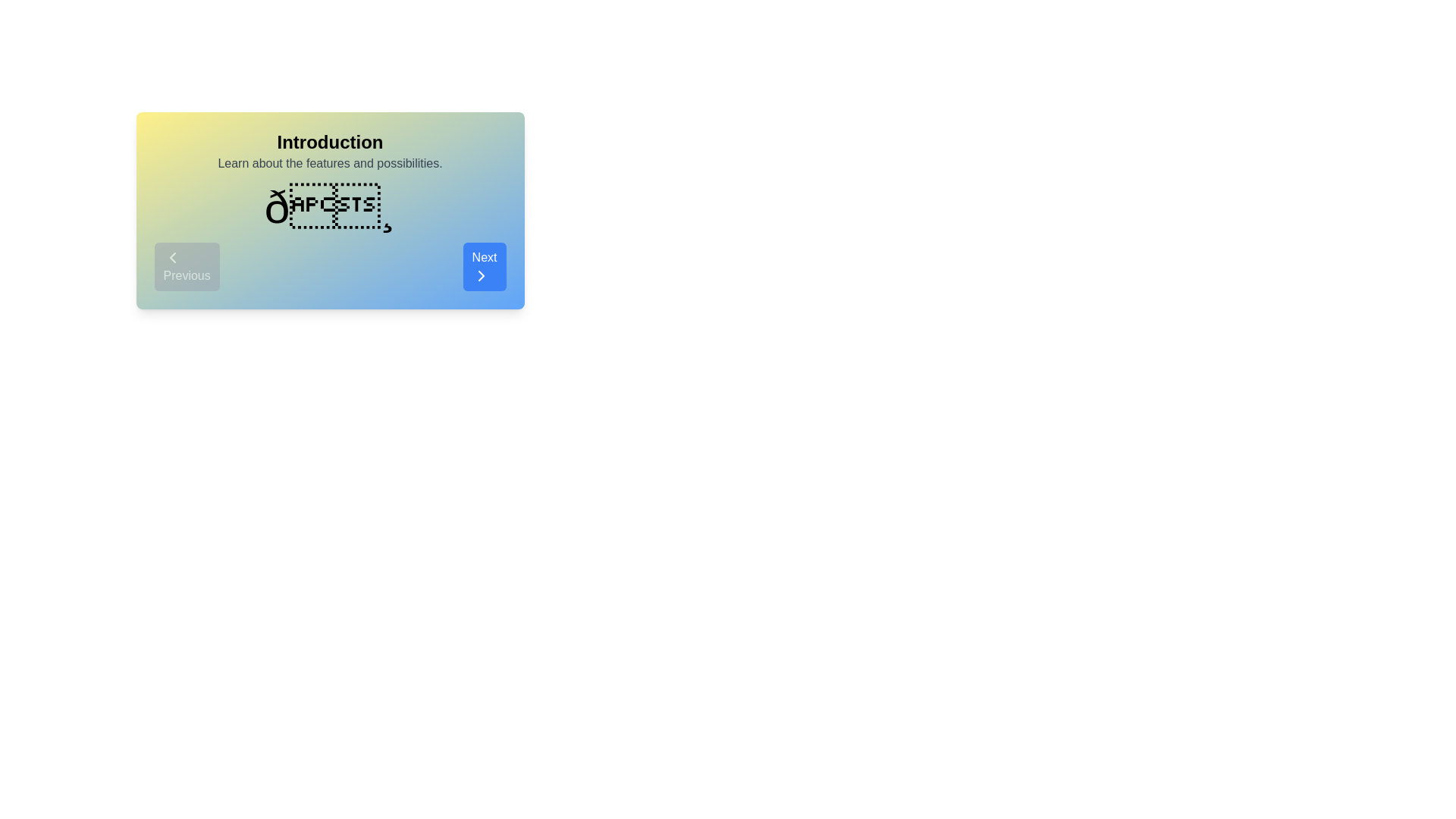 Image resolution: width=1456 pixels, height=819 pixels. I want to click on the 'Previous' button to navigate to the previous step, so click(186, 265).